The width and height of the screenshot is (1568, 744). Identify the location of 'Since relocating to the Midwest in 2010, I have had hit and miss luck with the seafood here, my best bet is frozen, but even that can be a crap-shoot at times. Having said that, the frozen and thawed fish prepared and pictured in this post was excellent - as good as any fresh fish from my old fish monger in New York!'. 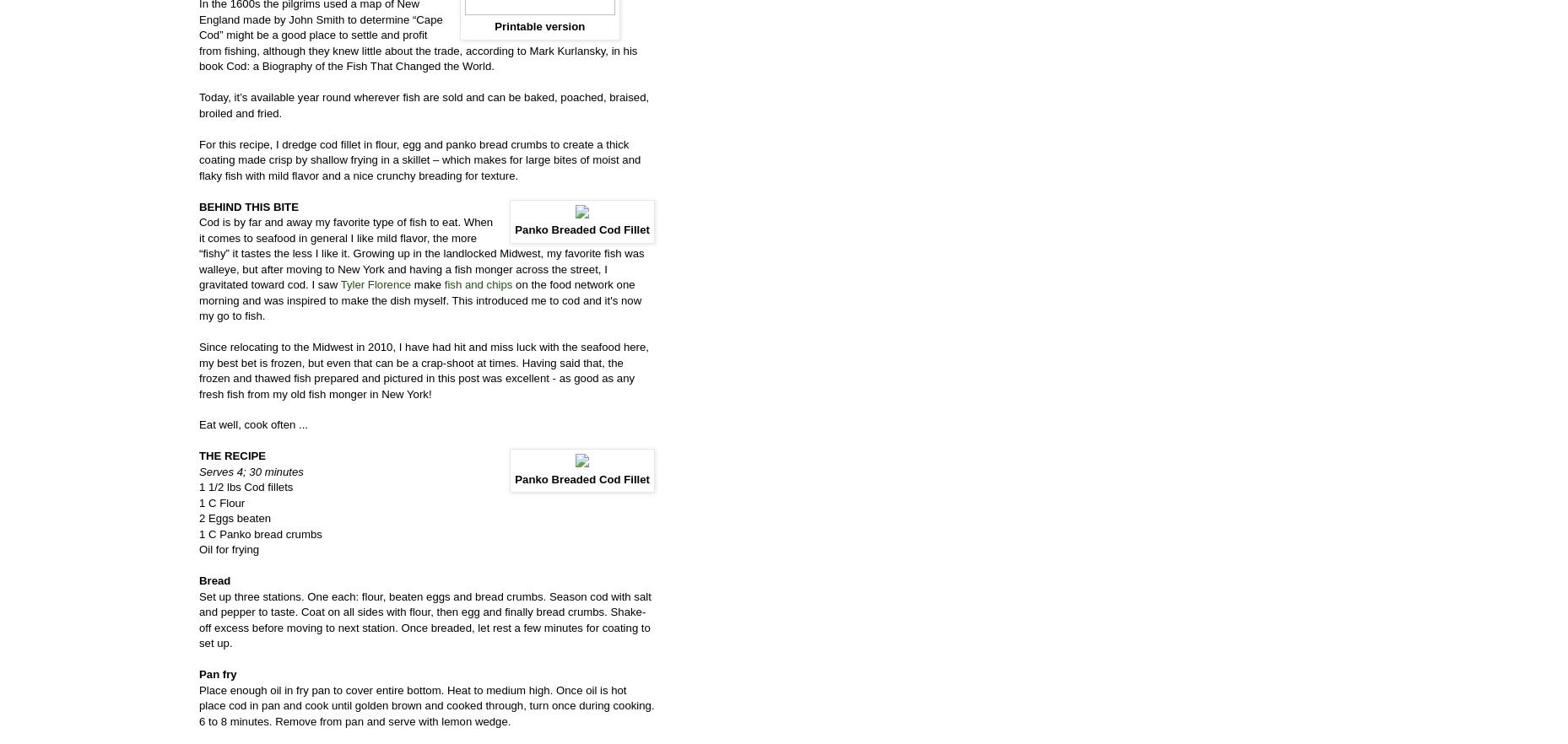
(424, 369).